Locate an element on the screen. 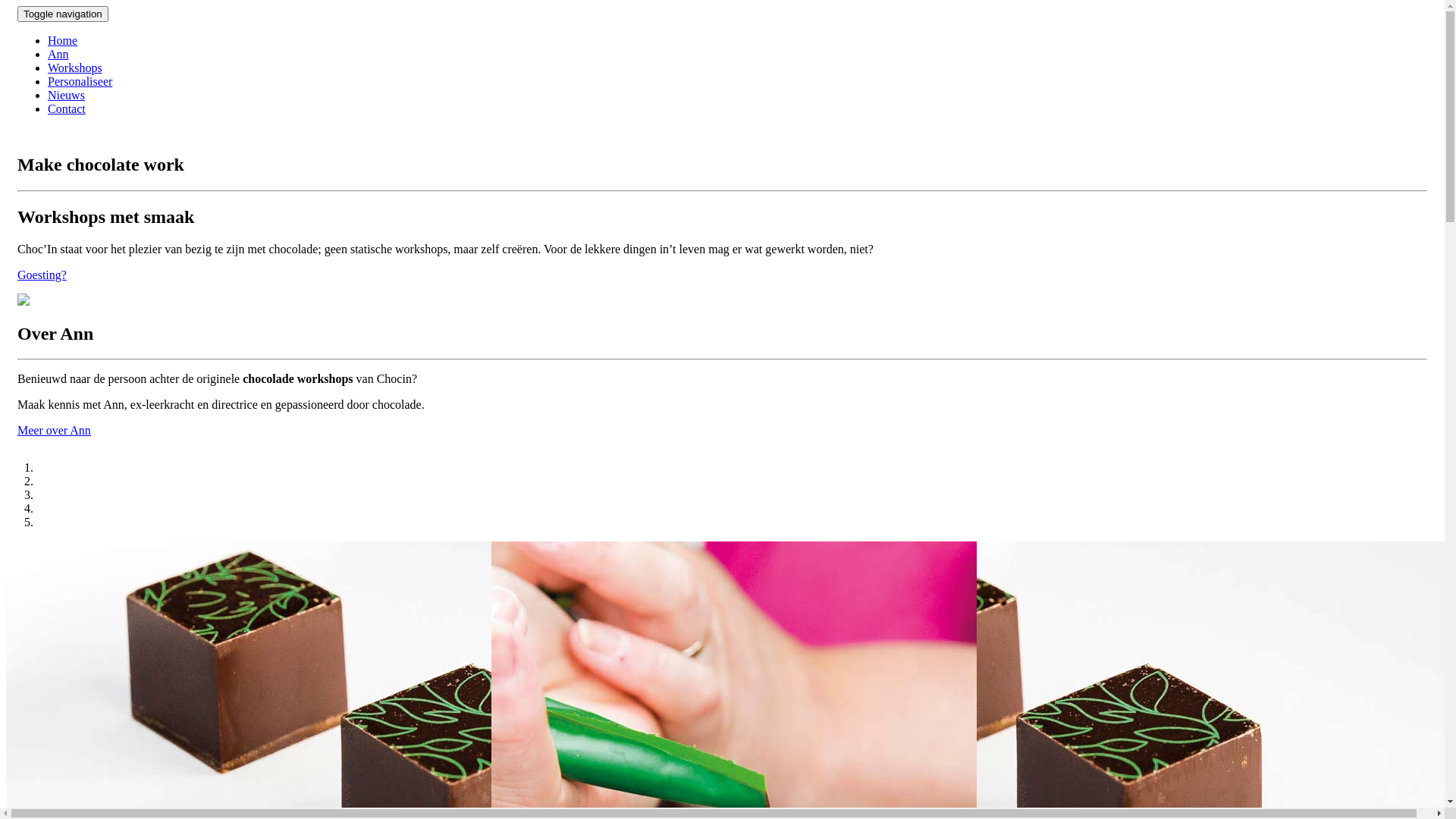 The image size is (1456, 819). 'Ann' is located at coordinates (58, 53).